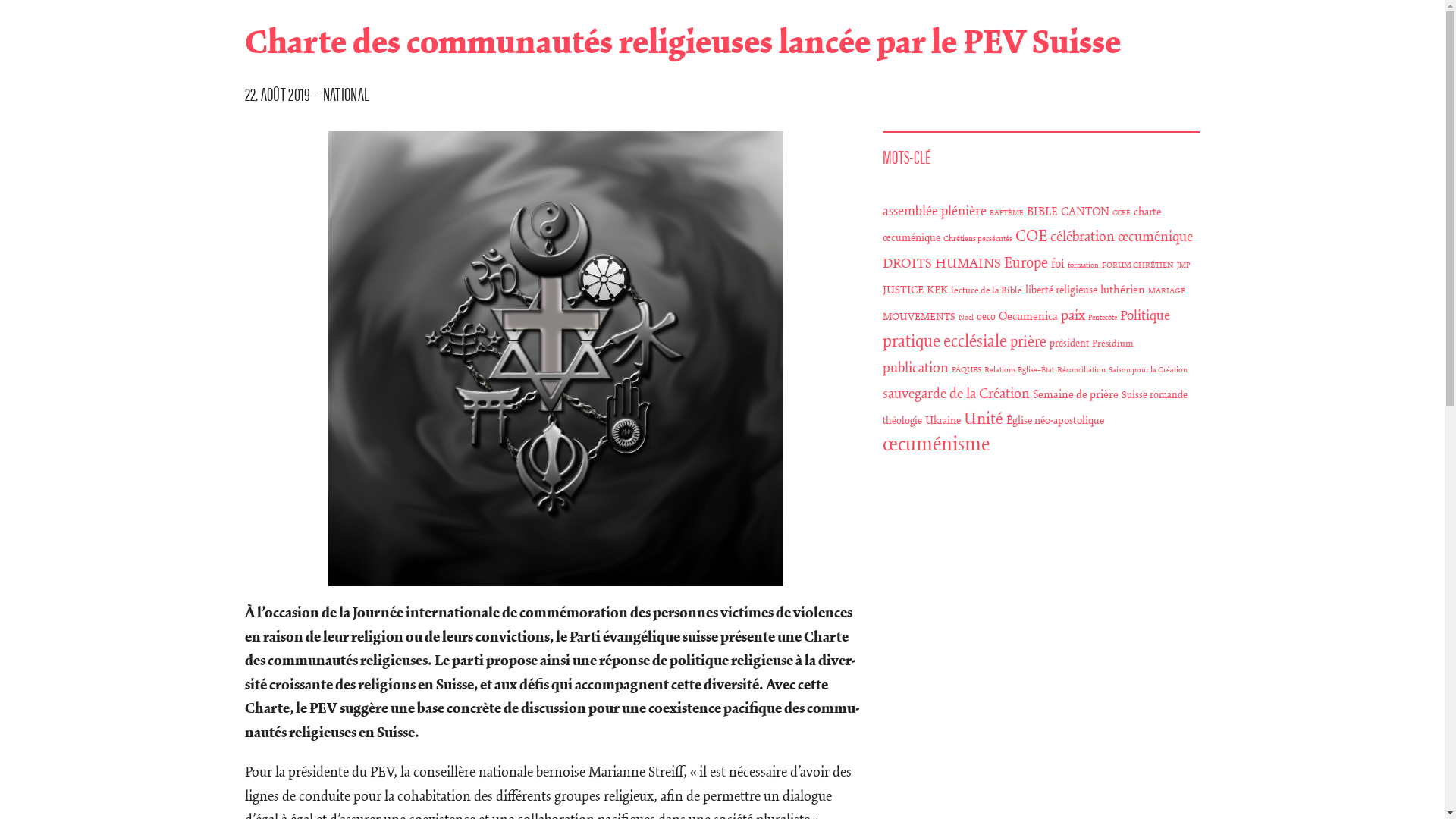 This screenshot has width=1456, height=819. Describe the element at coordinates (1120, 315) in the screenshot. I see `'Politique'` at that location.